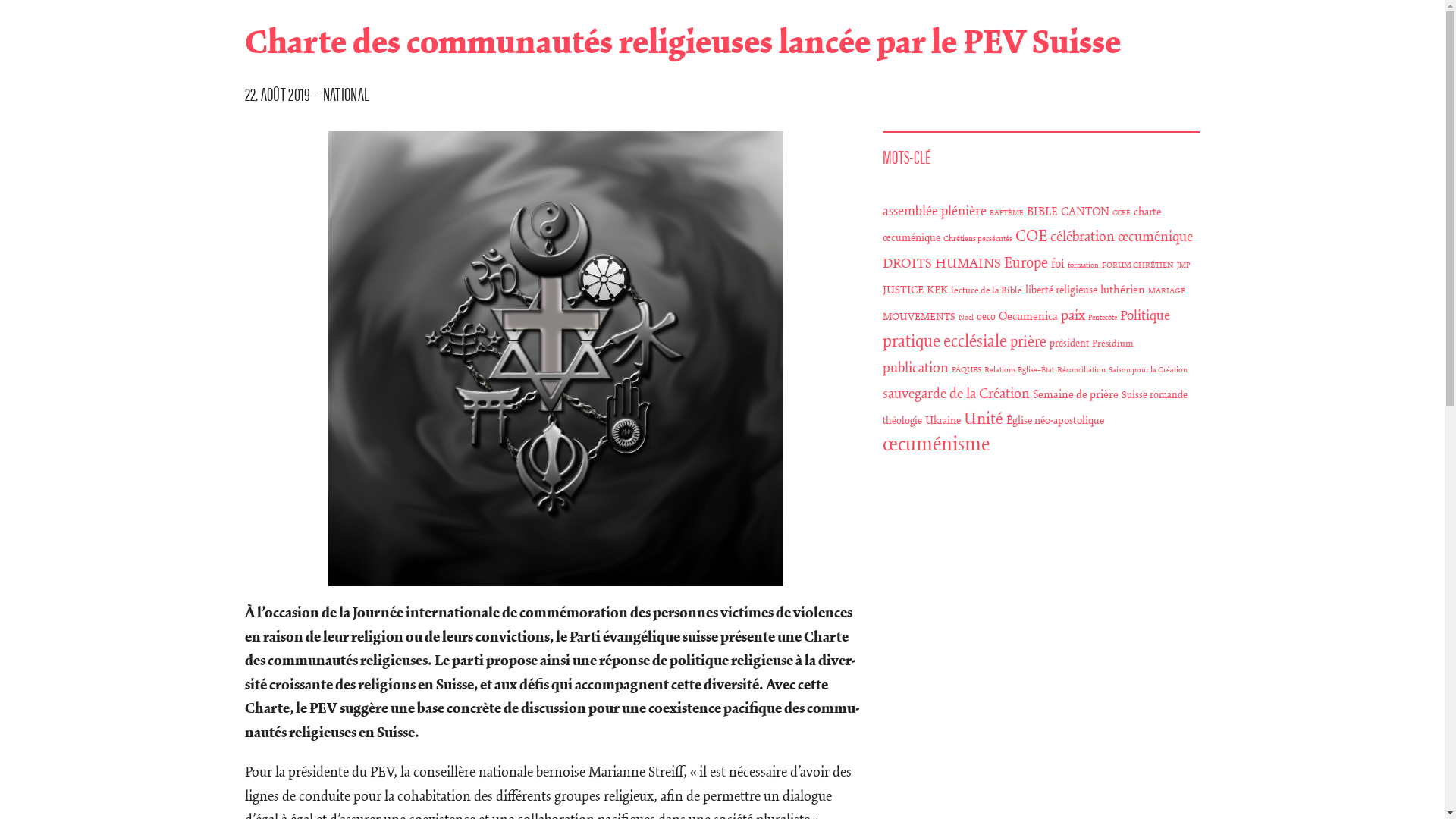 This screenshot has width=1456, height=819. Describe the element at coordinates (1120, 315) in the screenshot. I see `'Politique'` at that location.